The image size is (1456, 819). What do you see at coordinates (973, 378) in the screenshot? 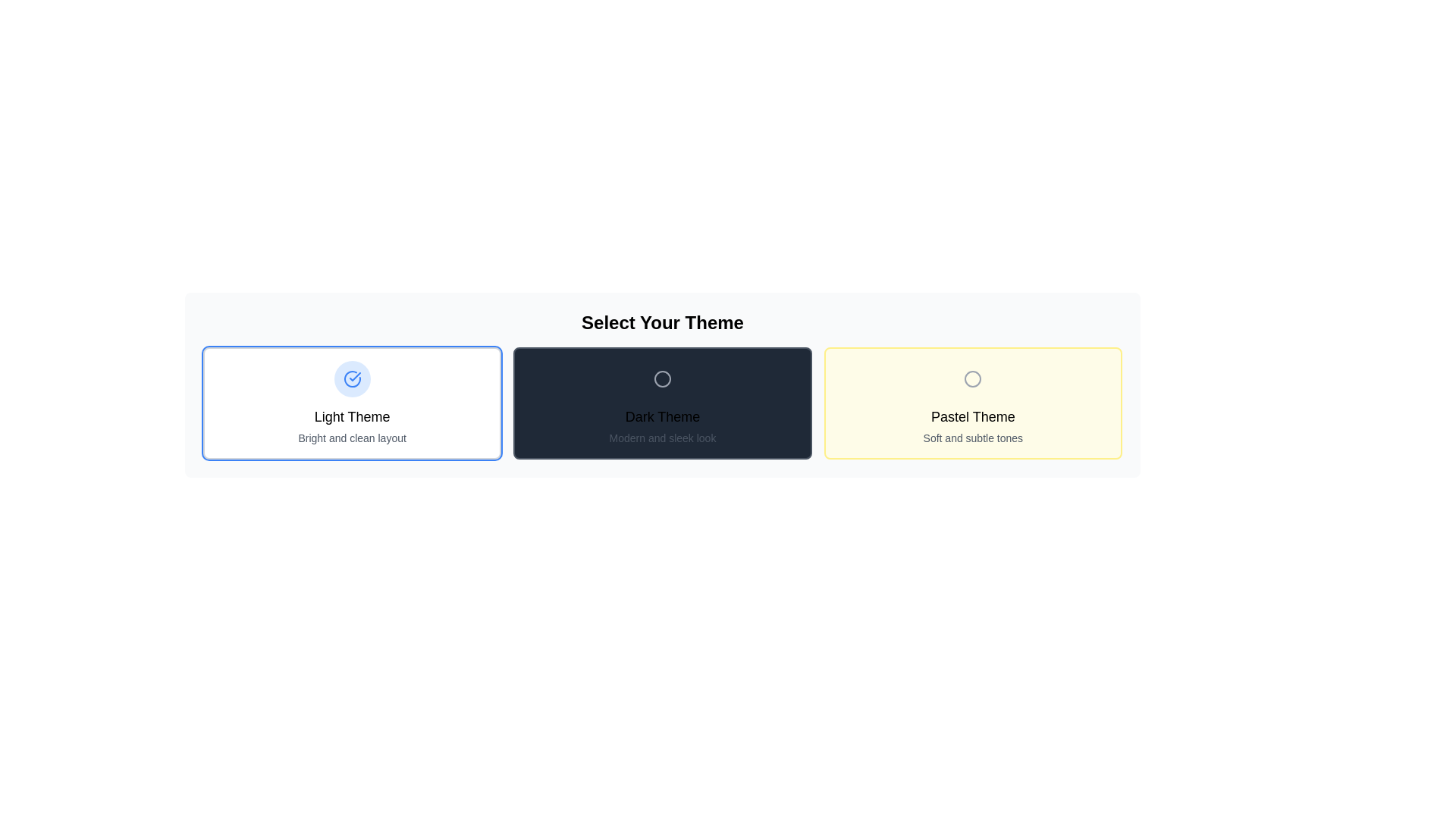
I see `the circular graphical indicator with a gray border and light pastel yellow background, located within the 'Pastel Theme' option card` at bounding box center [973, 378].